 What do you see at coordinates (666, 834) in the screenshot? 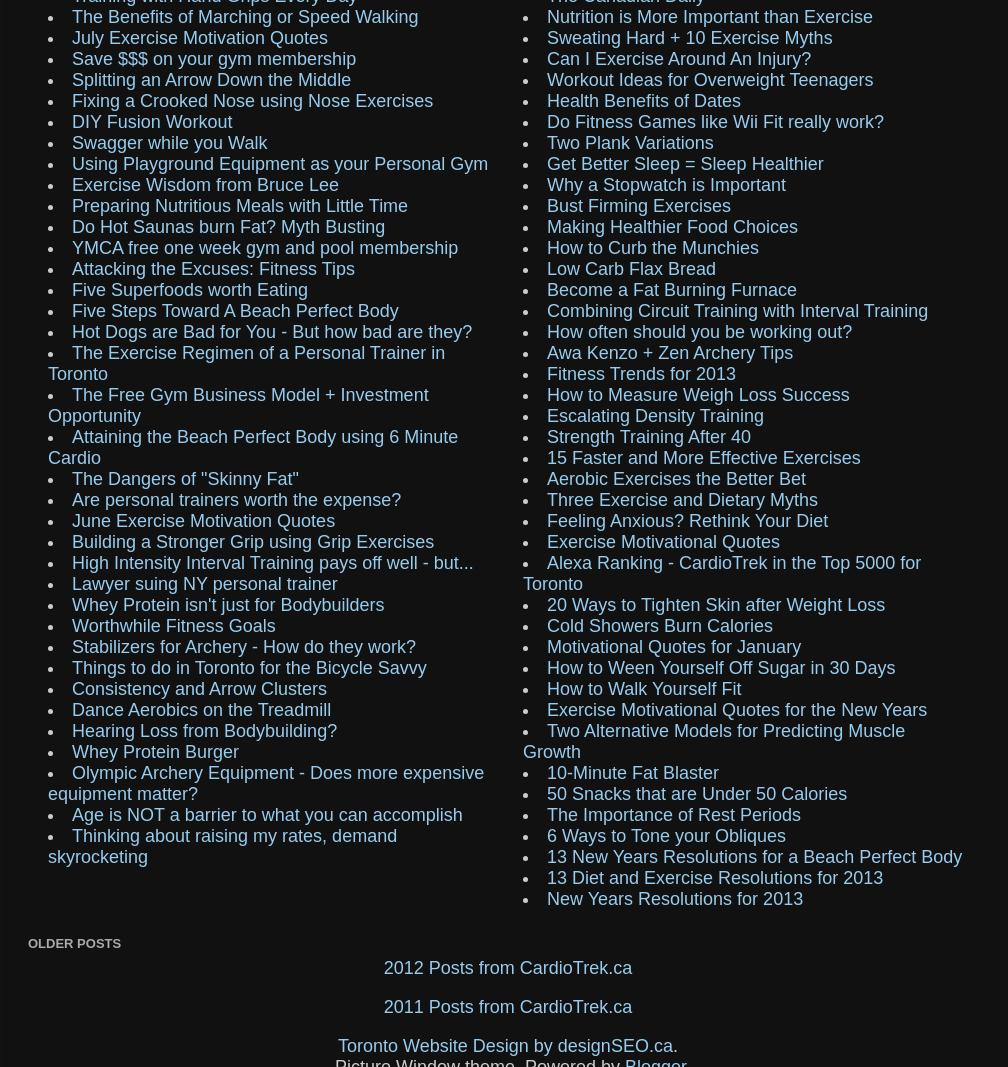
I see `'6 Ways to Tone your Obliques'` at bounding box center [666, 834].